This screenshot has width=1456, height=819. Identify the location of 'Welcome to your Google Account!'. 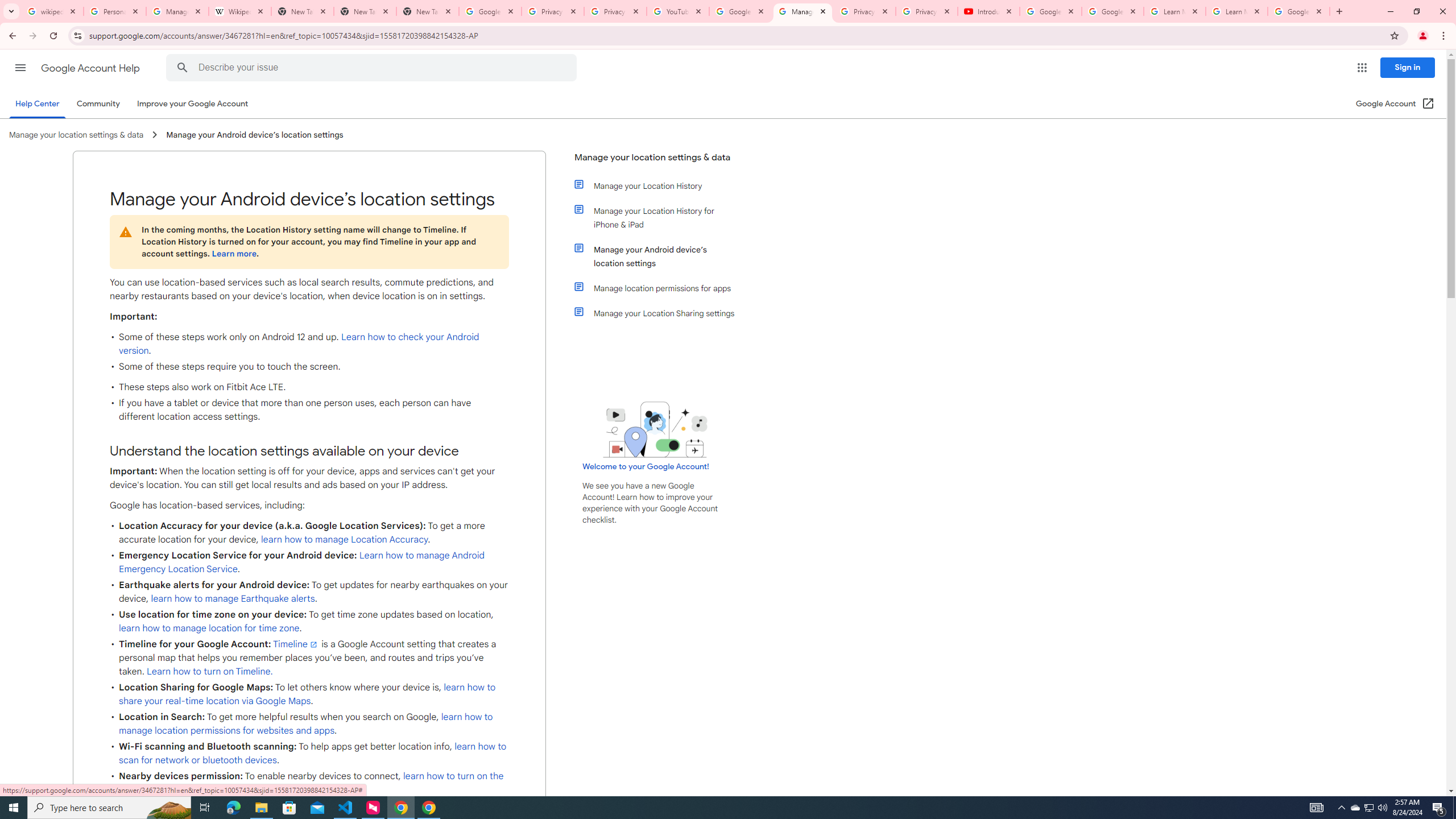
(645, 466).